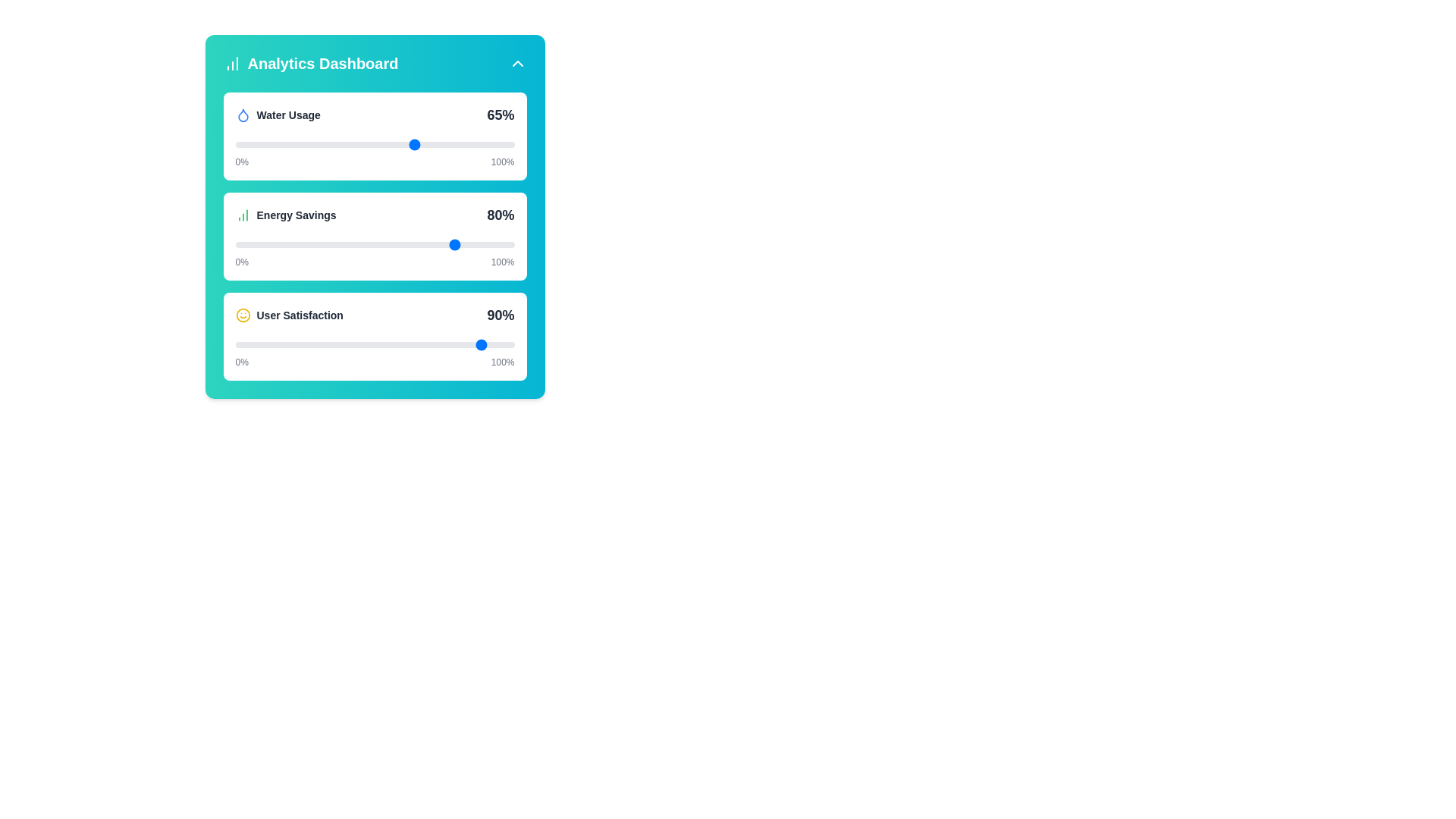  What do you see at coordinates (288, 114) in the screenshot?
I see `the text of the 'Water Usage' label, which is positioned to the right of the water droplet icon on the dashboard interface` at bounding box center [288, 114].